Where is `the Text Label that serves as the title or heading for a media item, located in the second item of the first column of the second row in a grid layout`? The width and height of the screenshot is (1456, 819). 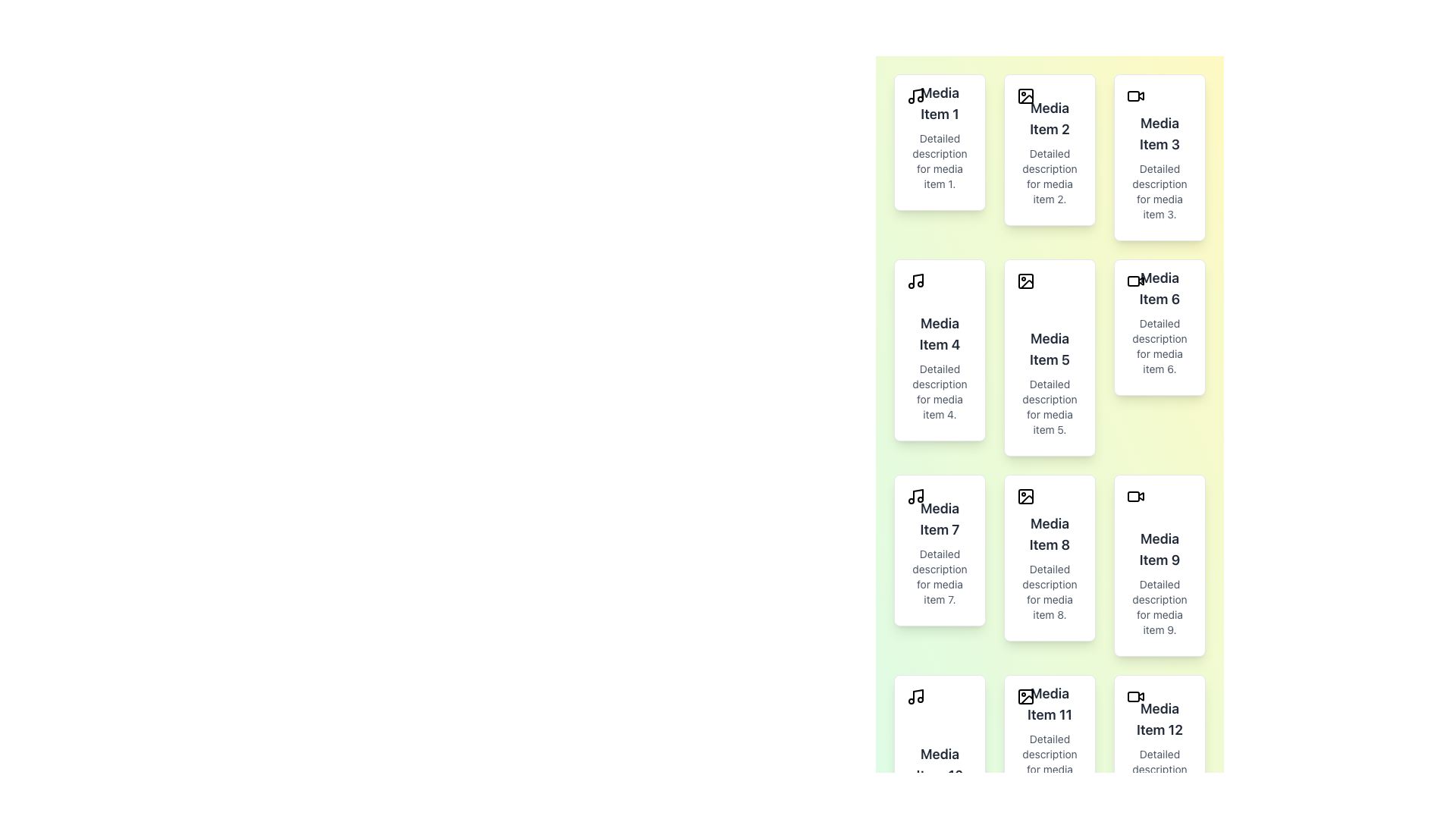 the Text Label that serves as the title or heading for a media item, located in the second item of the first column of the second row in a grid layout is located at coordinates (1049, 350).